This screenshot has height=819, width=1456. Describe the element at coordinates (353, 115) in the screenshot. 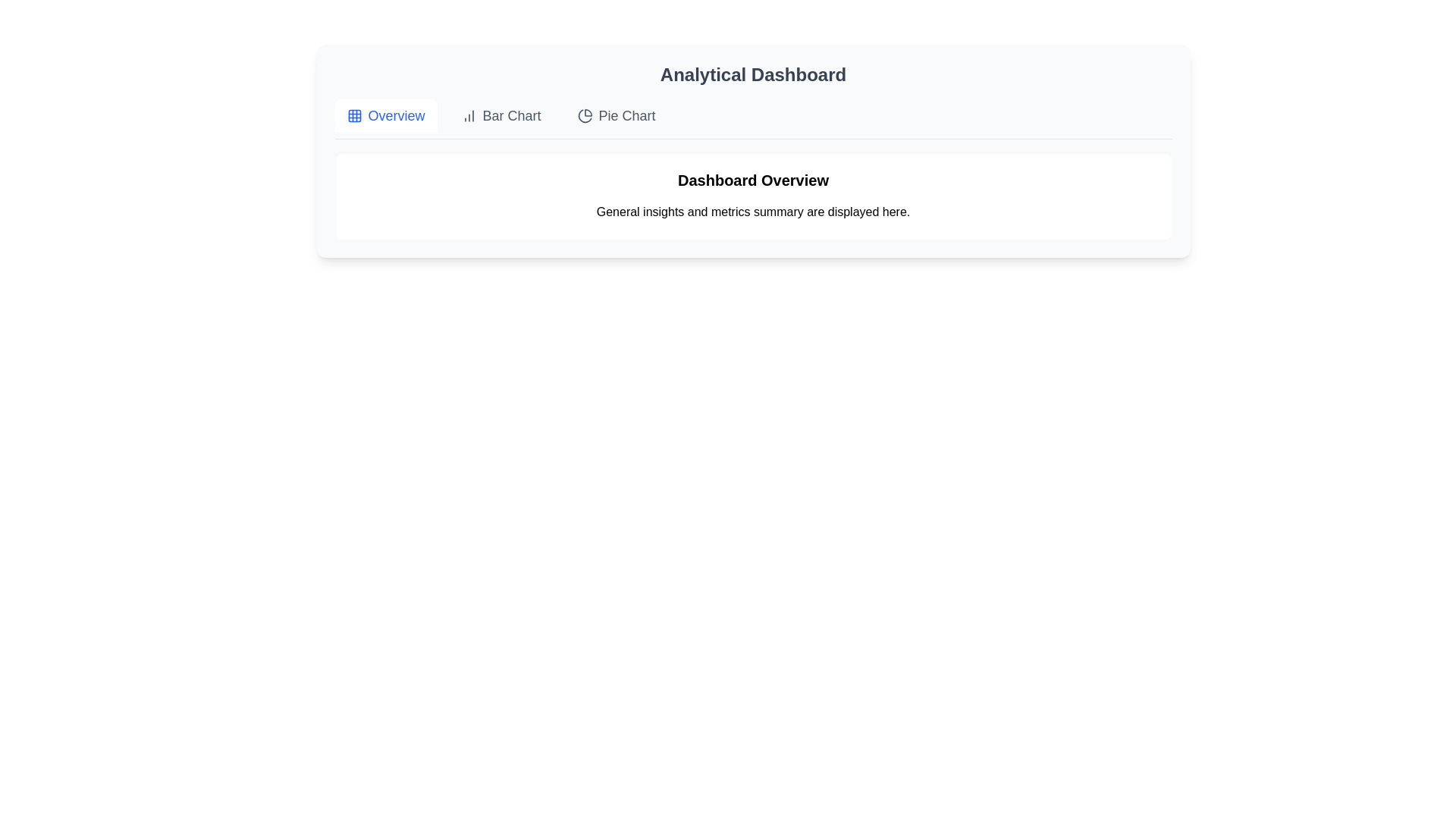

I see `the grid icon with a blue outline located to the left of the 'Overview' text for accessibility navigation` at that location.